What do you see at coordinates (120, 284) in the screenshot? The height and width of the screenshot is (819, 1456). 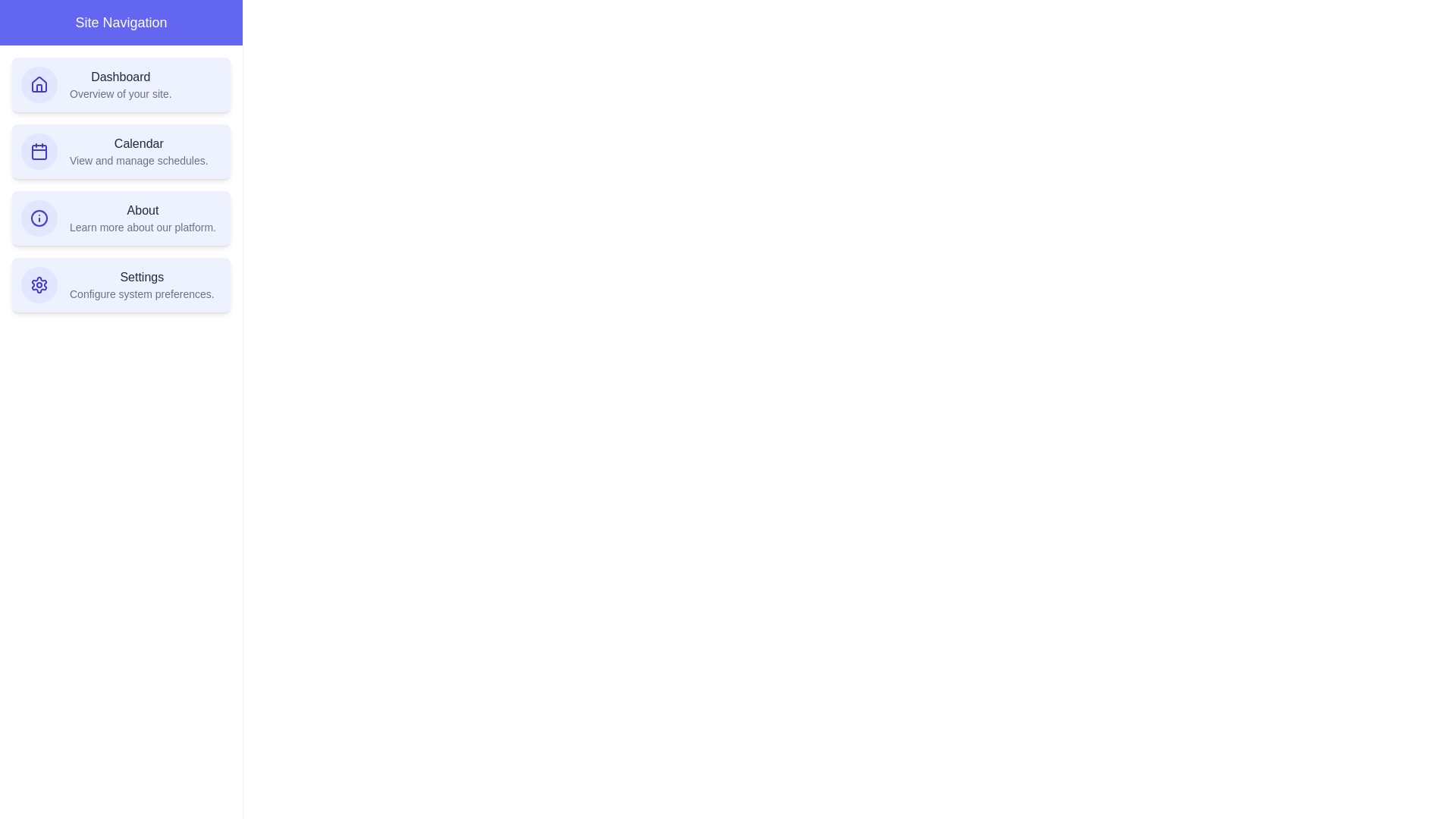 I see `the navigation item Settings to observe its hover state` at bounding box center [120, 284].